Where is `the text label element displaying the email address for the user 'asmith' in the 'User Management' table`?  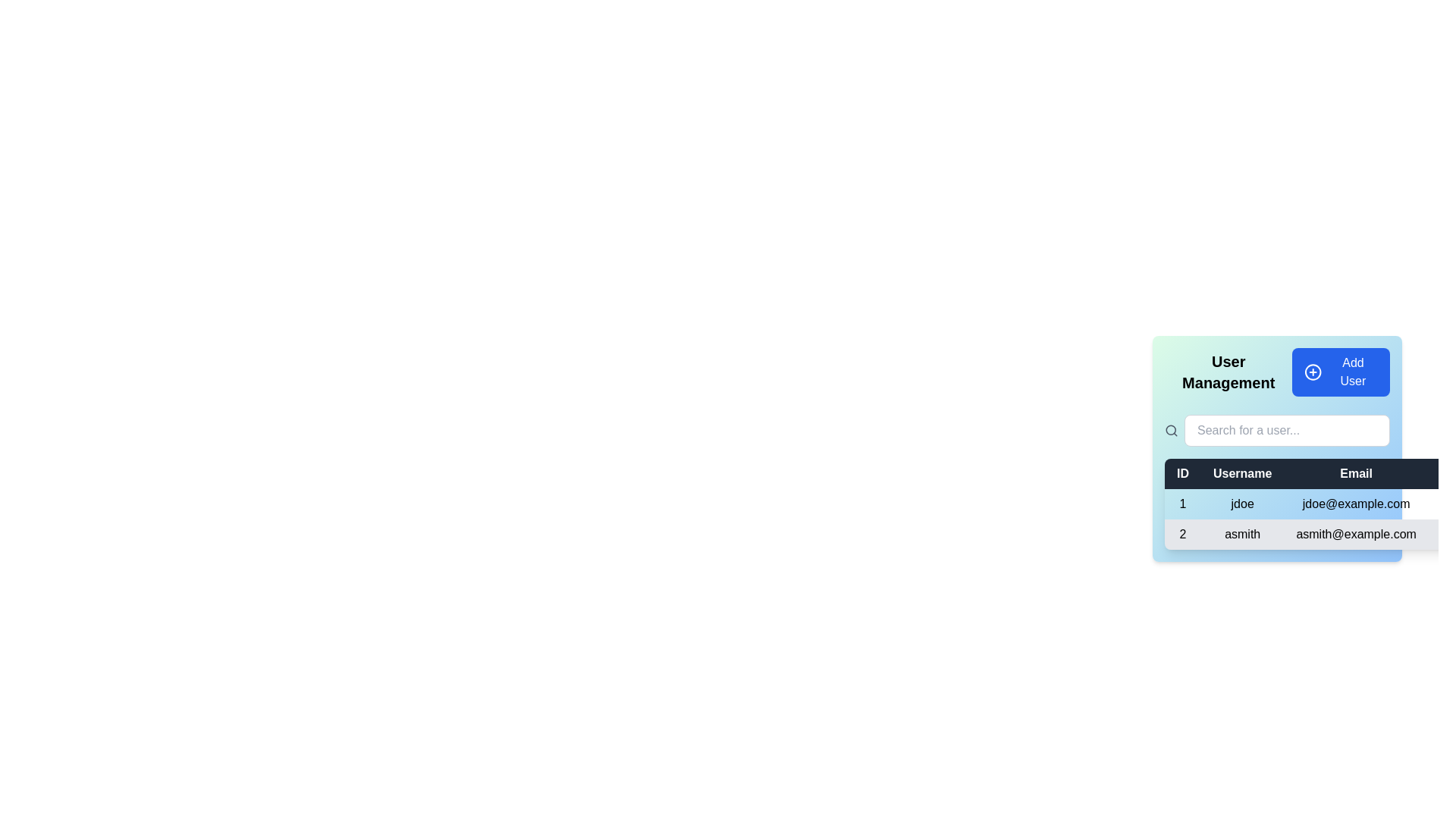 the text label element displaying the email address for the user 'asmith' in the 'User Management' table is located at coordinates (1356, 534).